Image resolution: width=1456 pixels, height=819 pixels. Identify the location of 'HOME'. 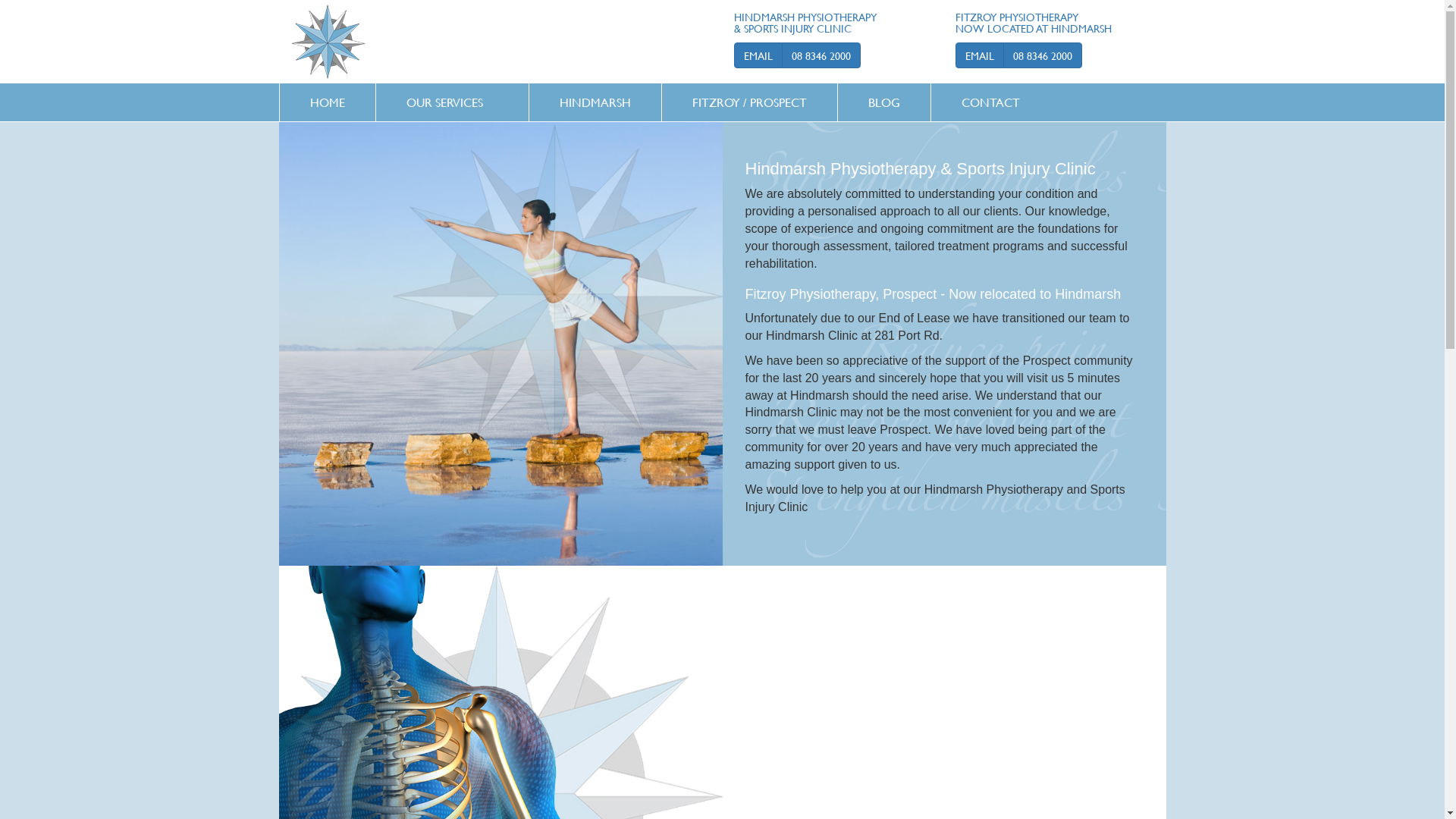
(326, 102).